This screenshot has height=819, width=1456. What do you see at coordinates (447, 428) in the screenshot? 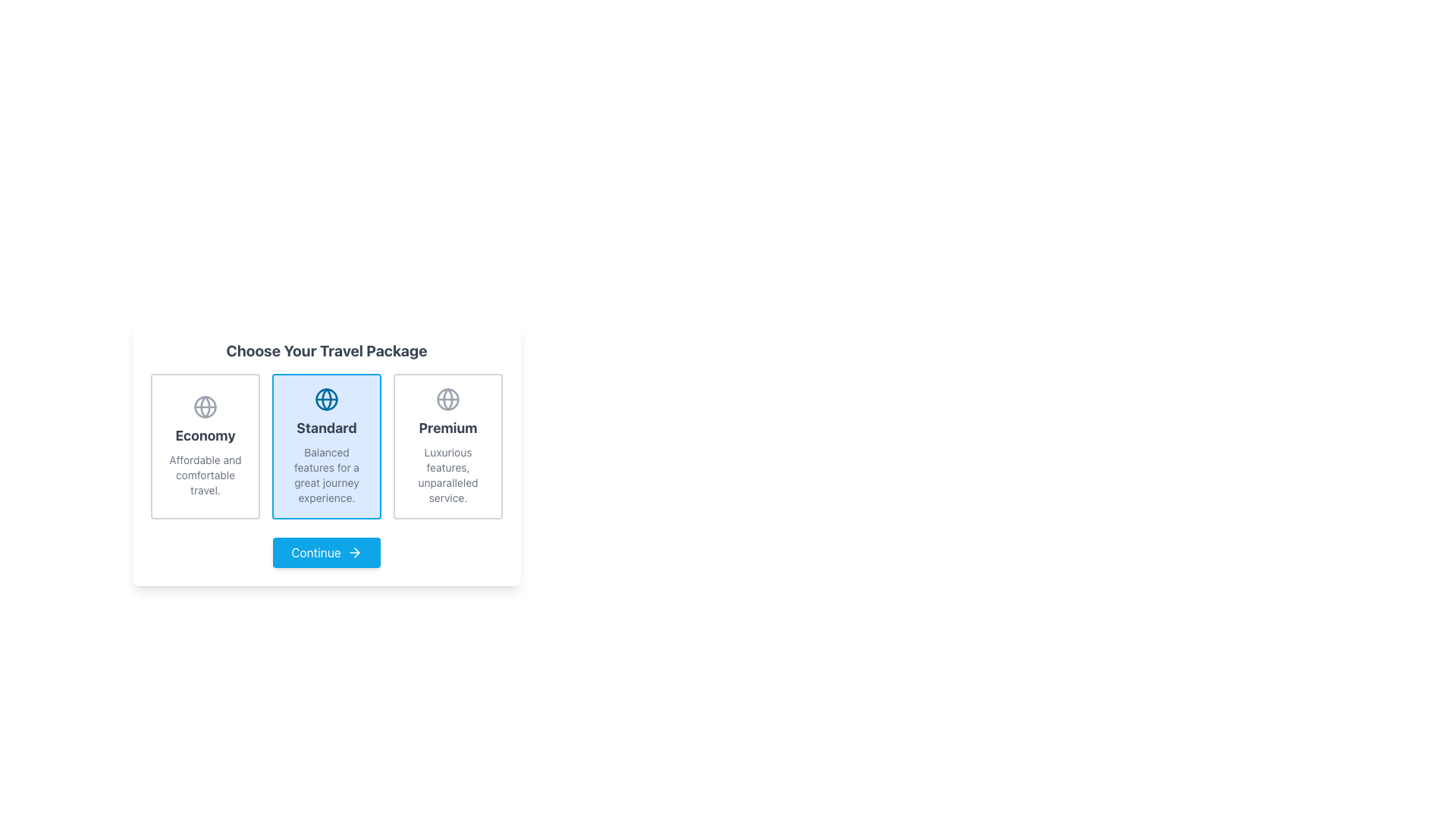
I see `the text label indicating the 'Premium' card title, which is the rightmost card in the group under 'Choose Your Travel Package'` at bounding box center [447, 428].